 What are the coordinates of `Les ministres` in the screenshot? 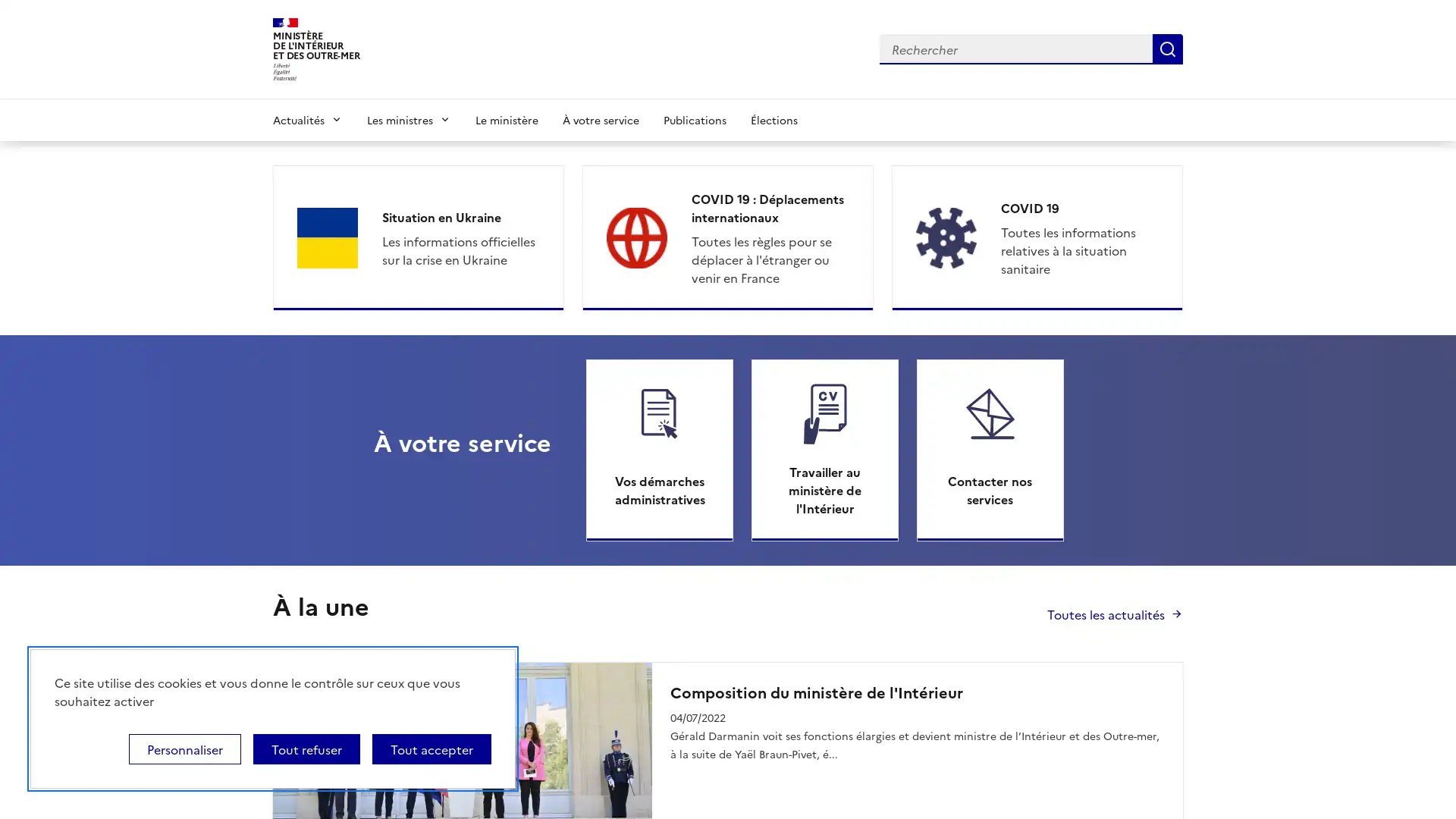 It's located at (409, 118).